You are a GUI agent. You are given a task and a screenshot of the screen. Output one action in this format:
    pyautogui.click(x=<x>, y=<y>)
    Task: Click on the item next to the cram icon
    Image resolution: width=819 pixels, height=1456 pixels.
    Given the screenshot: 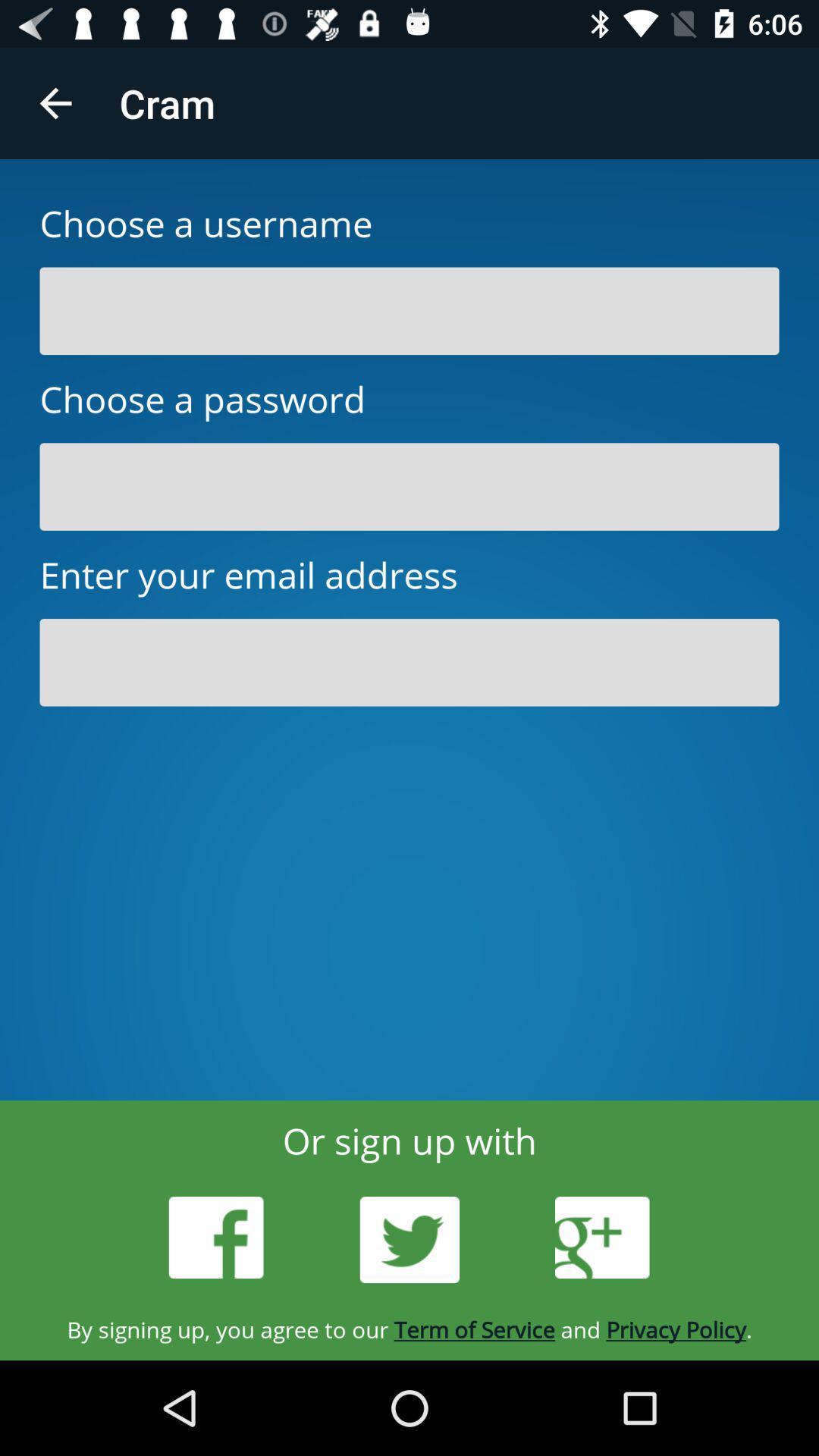 What is the action you would take?
    pyautogui.click(x=55, y=102)
    